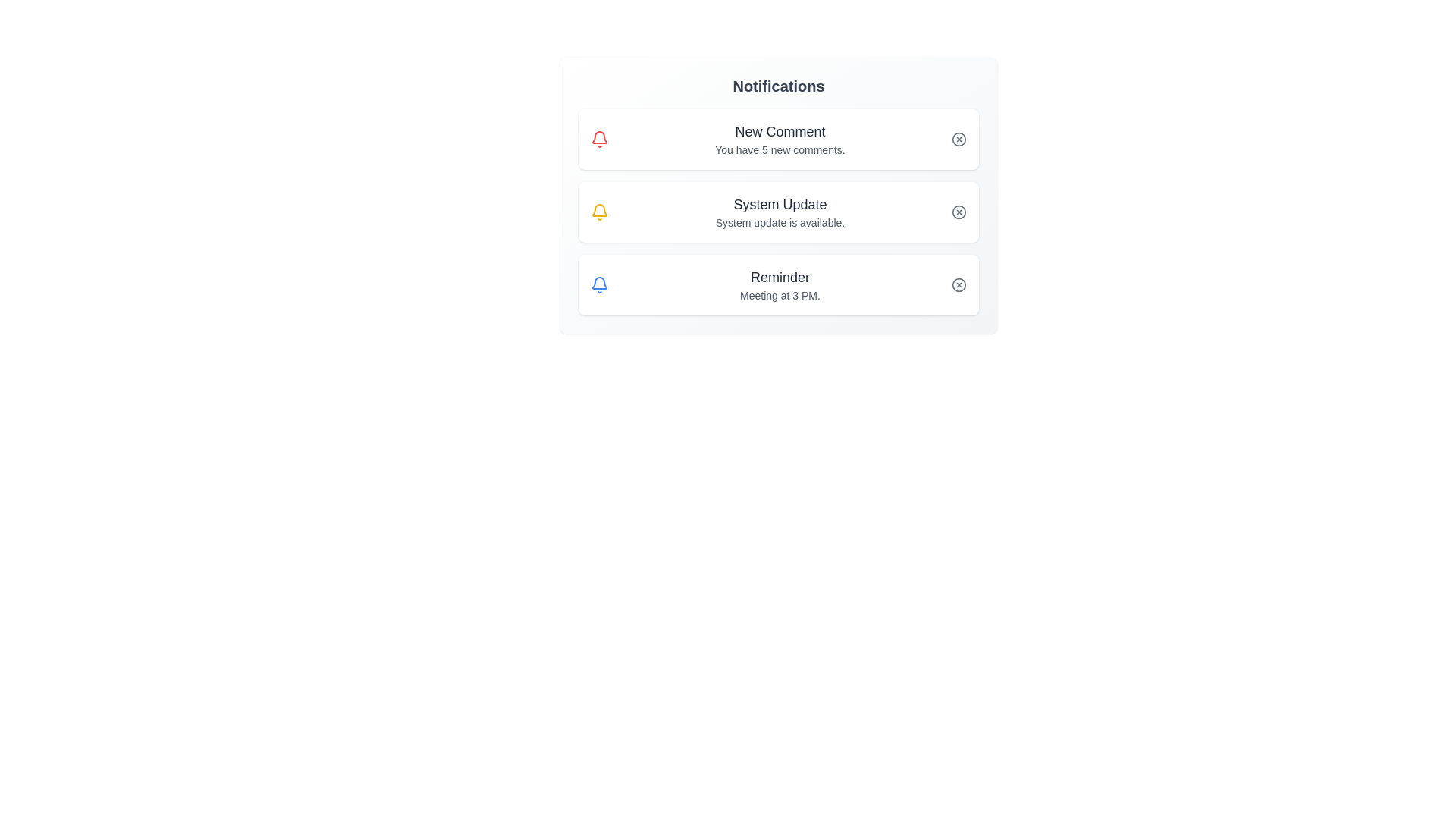 The height and width of the screenshot is (819, 1456). What do you see at coordinates (780, 130) in the screenshot?
I see `the notification title text label indicating a new comment, which is located in the notification section above the subtitle 'You have 5 new comments.'` at bounding box center [780, 130].